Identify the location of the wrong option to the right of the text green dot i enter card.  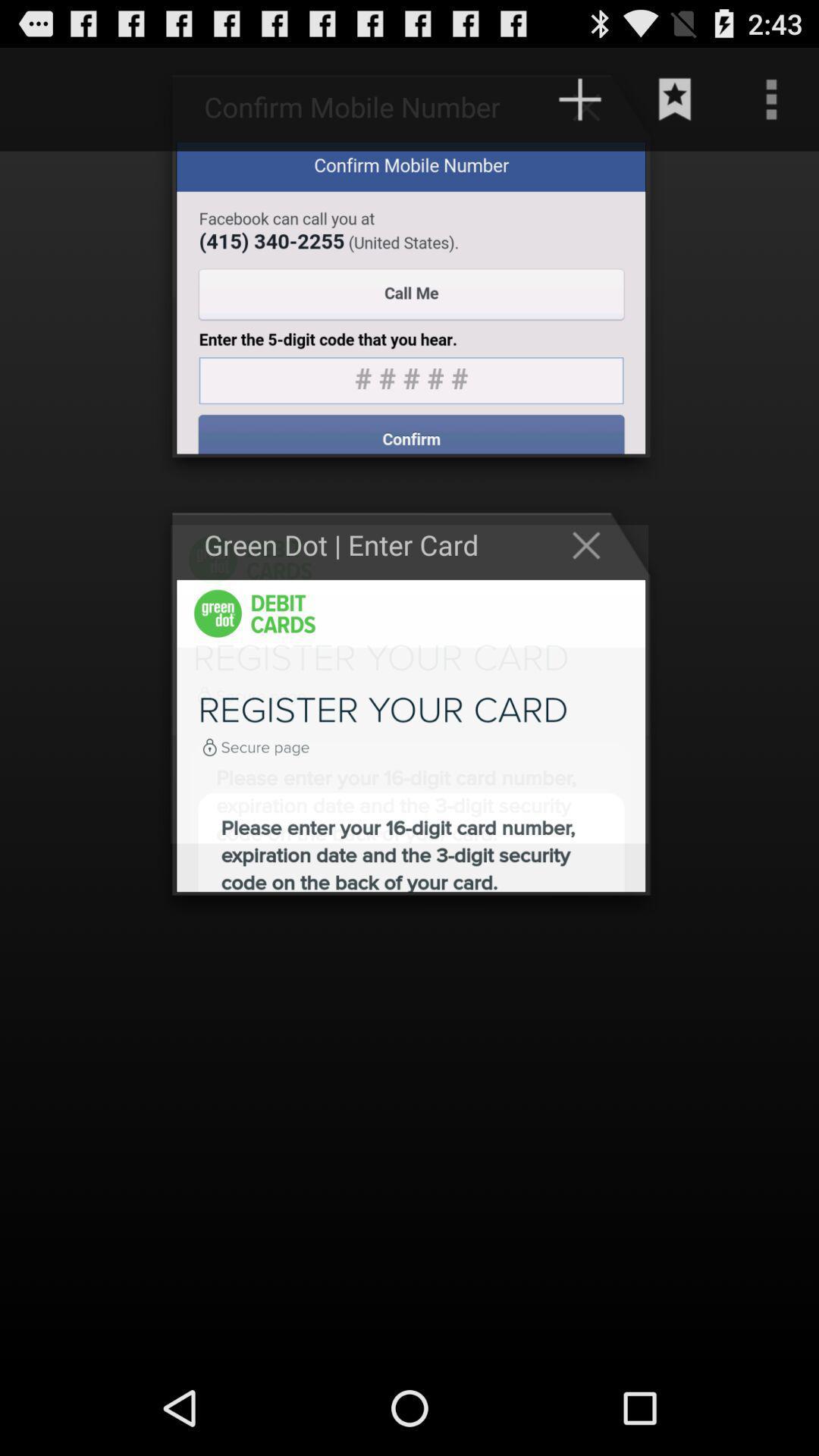
(593, 545).